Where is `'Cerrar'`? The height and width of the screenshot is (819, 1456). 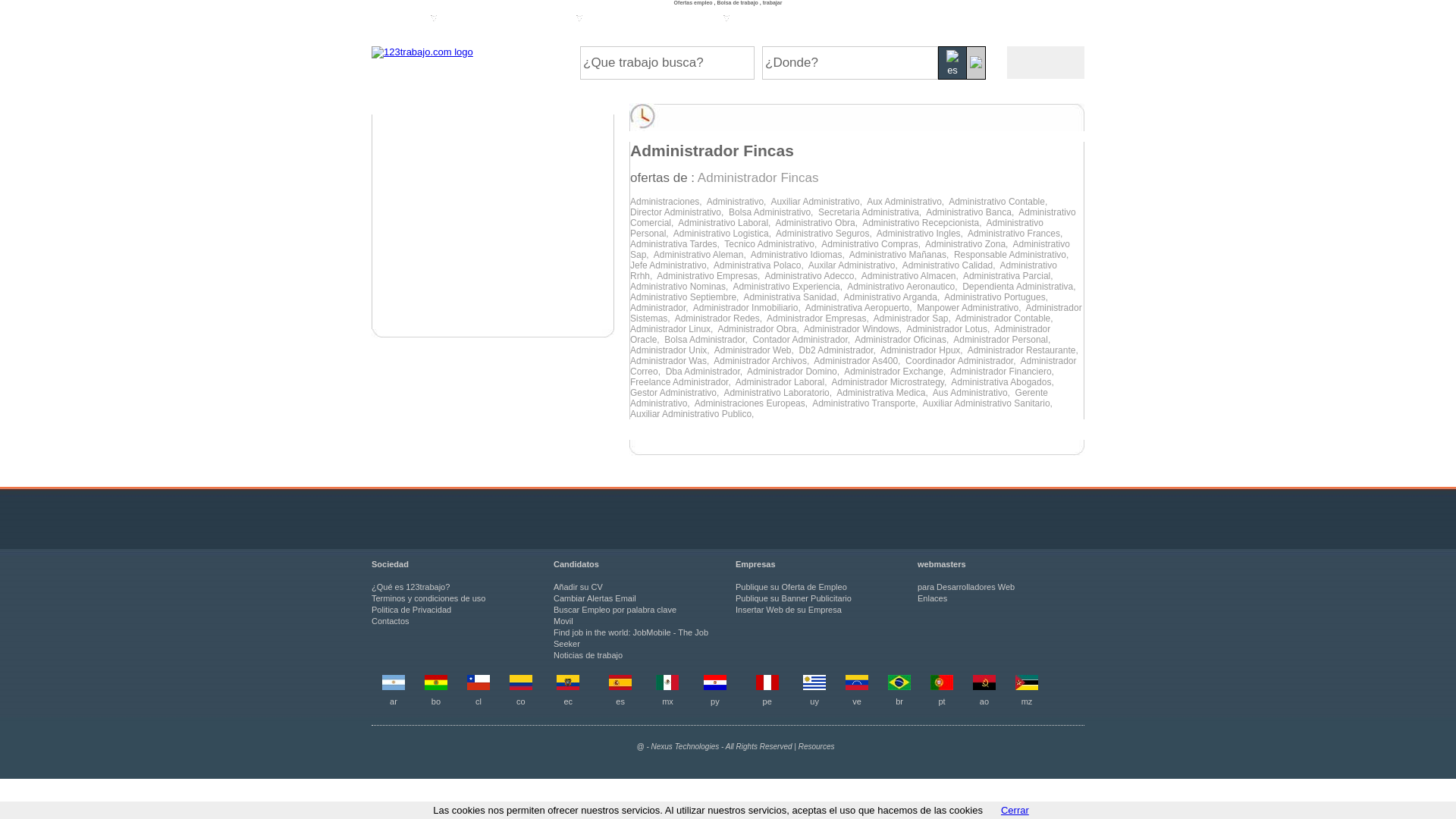
'Cerrar' is located at coordinates (1015, 809).